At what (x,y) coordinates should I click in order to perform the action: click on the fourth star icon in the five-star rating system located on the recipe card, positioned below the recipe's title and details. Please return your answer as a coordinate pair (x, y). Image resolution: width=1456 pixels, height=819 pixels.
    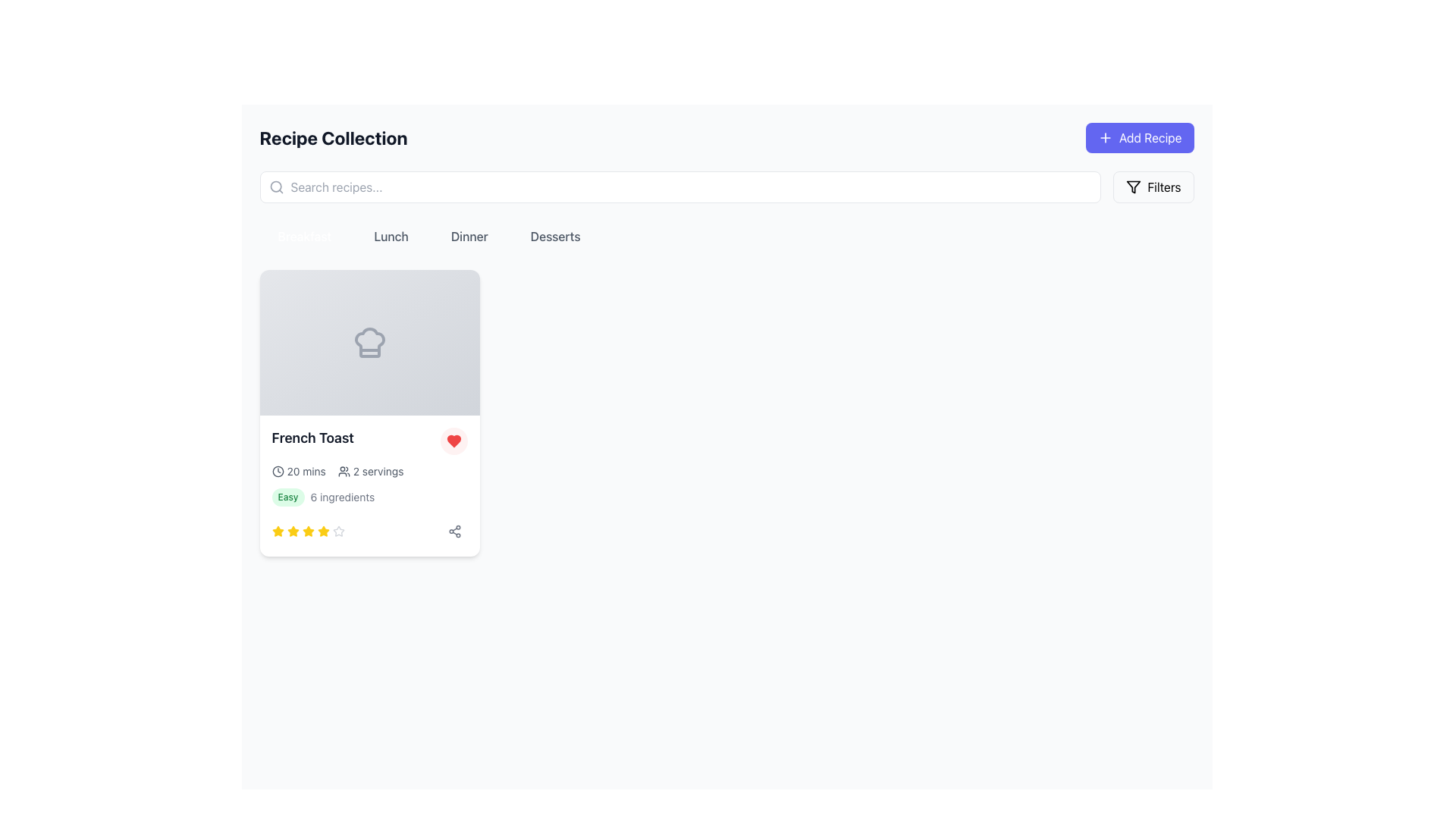
    Looking at the image, I should click on (307, 531).